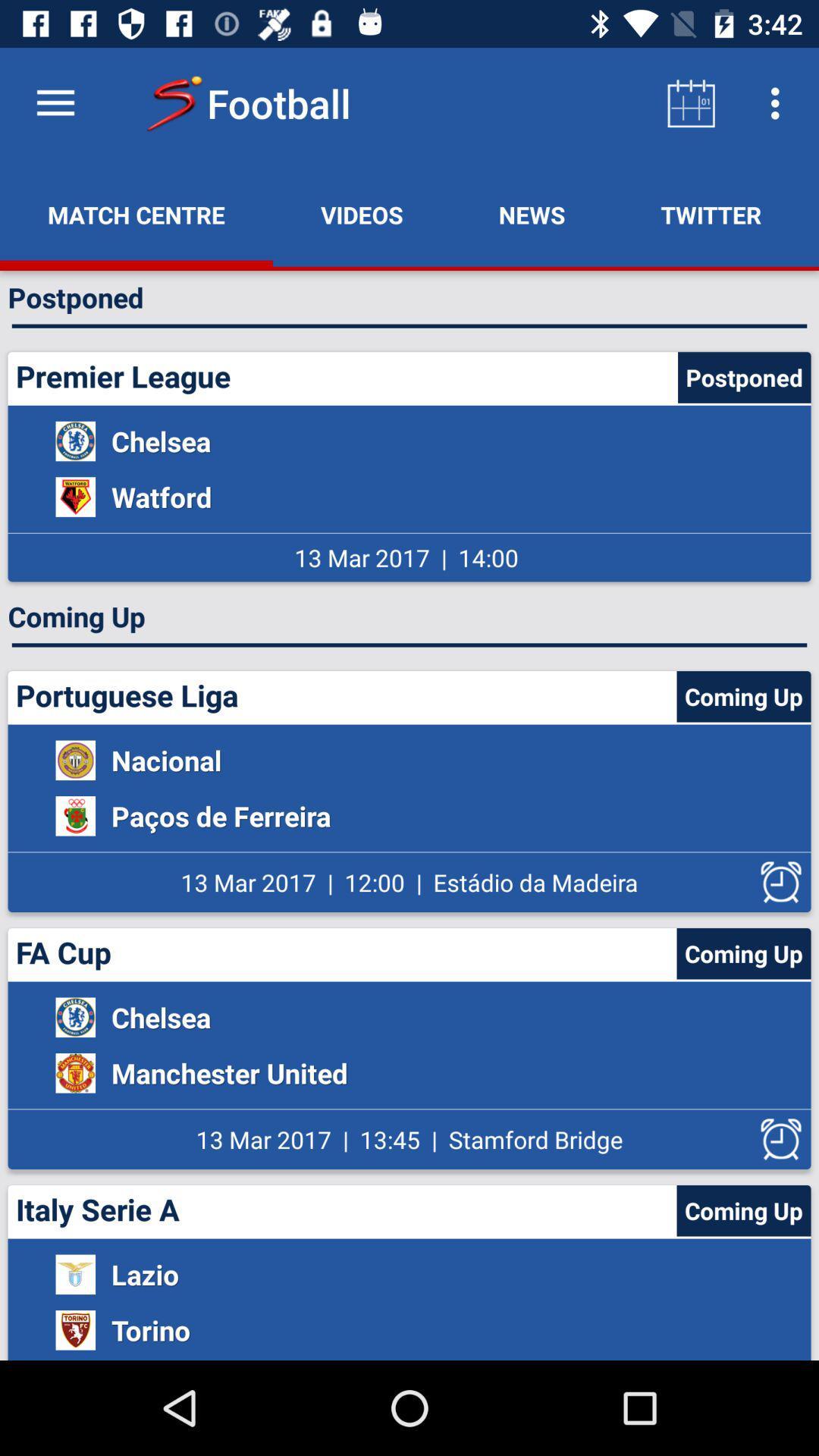  Describe the element at coordinates (136, 214) in the screenshot. I see `the icon above the postponed item` at that location.